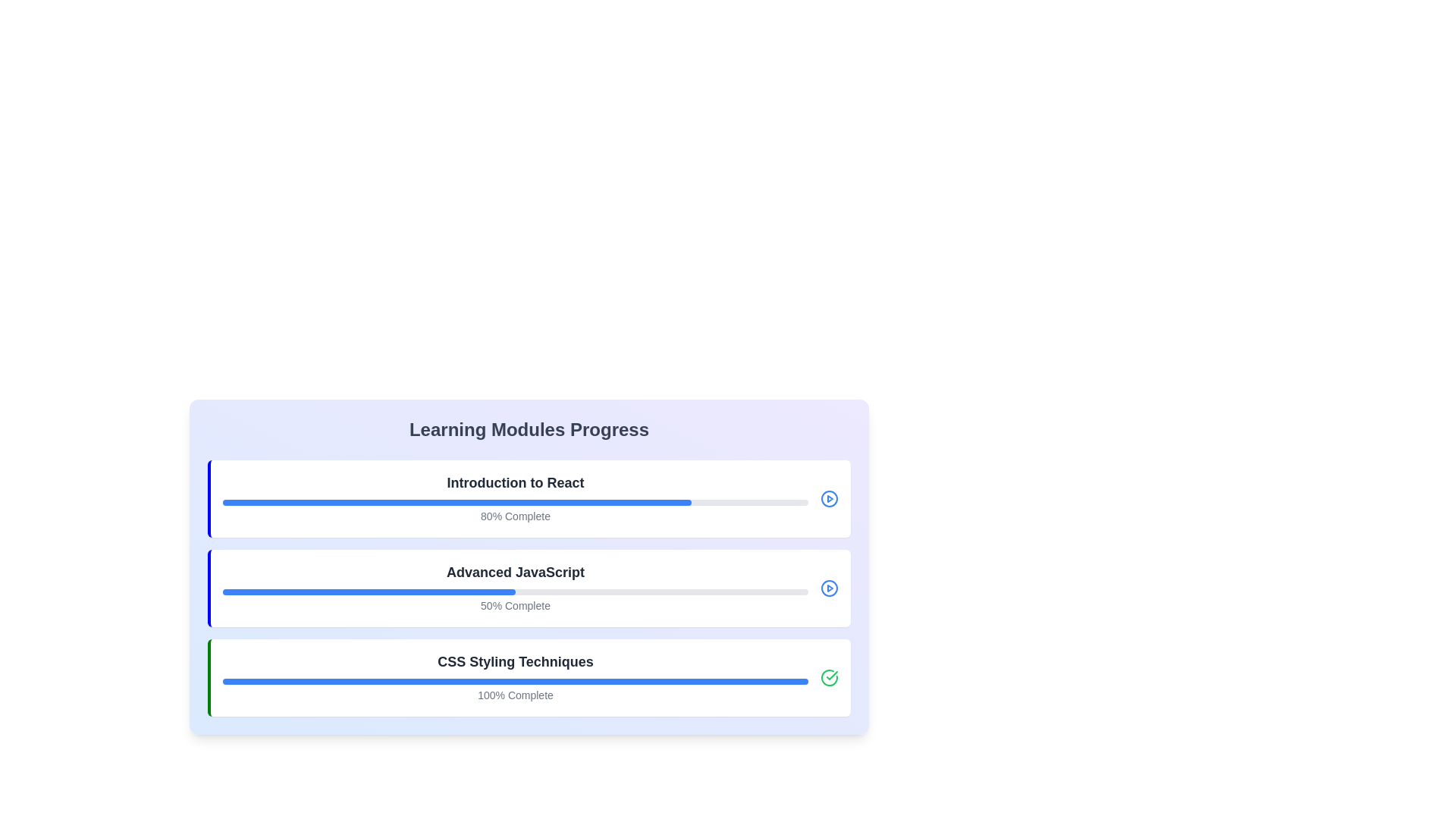 The height and width of the screenshot is (819, 1456). Describe the element at coordinates (529, 430) in the screenshot. I see `the header labeled 'Learning Modules Progress', which is displayed in bold, large gray font at the top of its gradient background card` at that location.